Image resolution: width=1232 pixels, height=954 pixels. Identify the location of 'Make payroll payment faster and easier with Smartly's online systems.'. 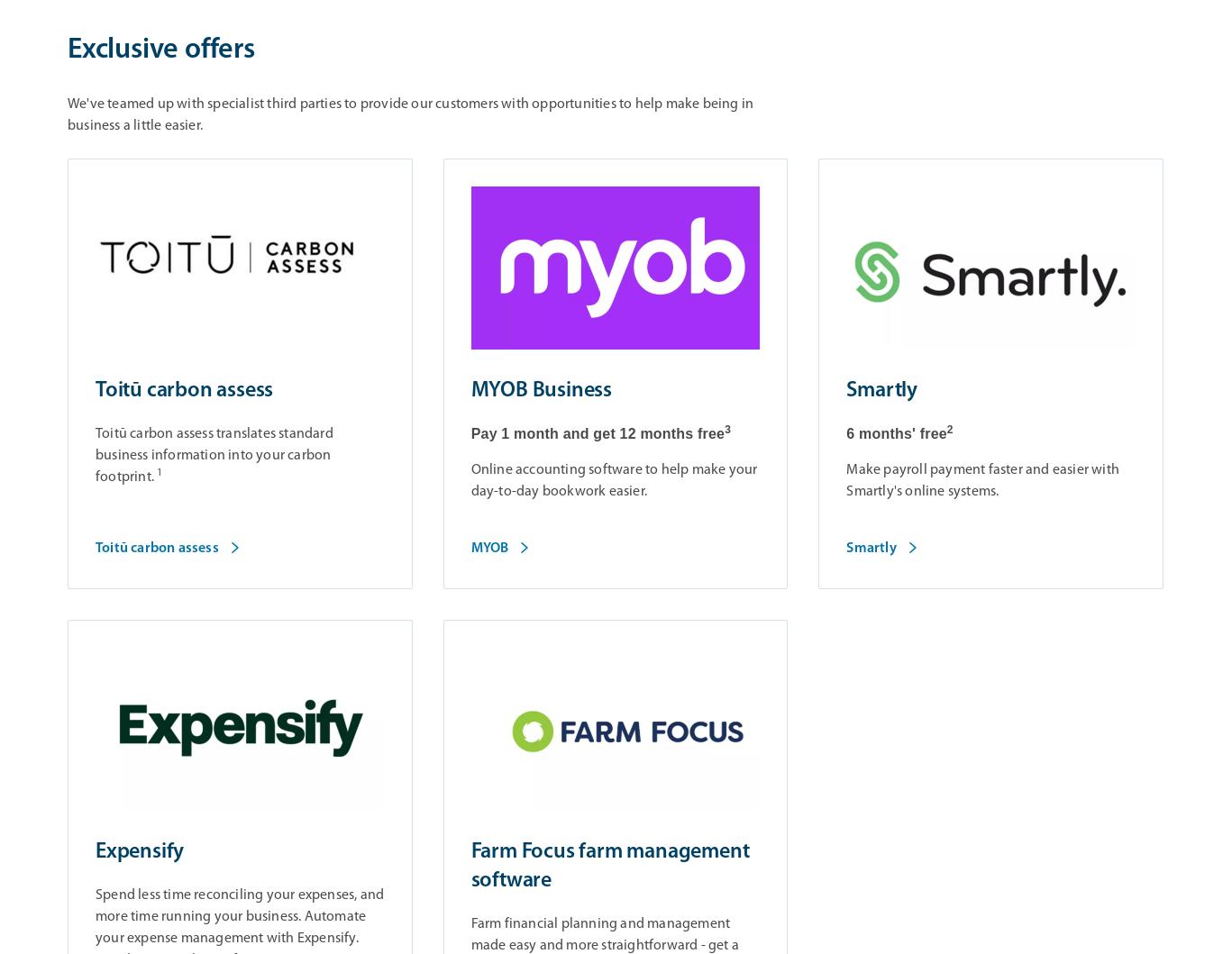
(981, 478).